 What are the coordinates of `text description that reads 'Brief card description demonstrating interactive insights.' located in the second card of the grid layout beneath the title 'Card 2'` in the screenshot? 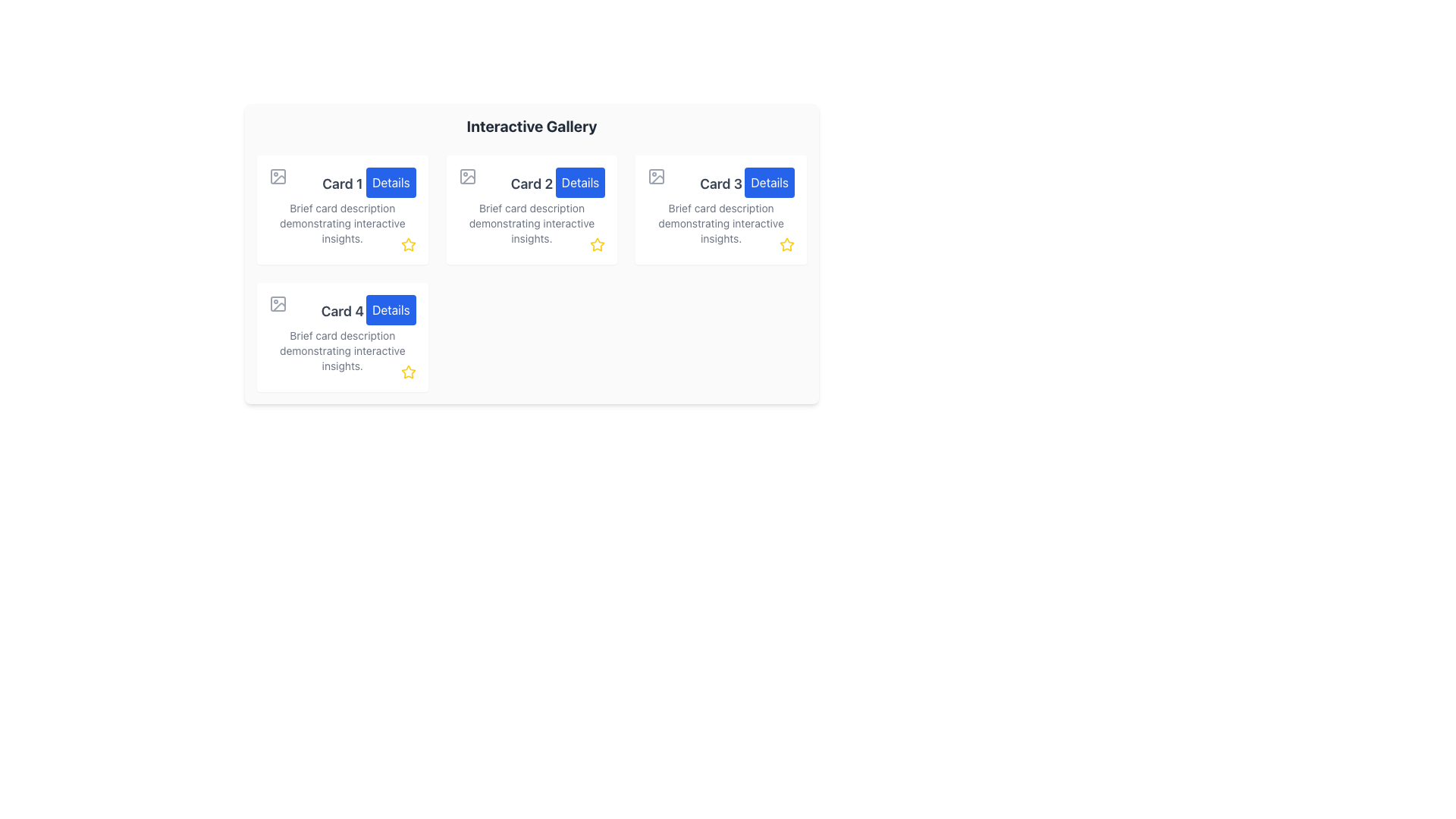 It's located at (532, 223).